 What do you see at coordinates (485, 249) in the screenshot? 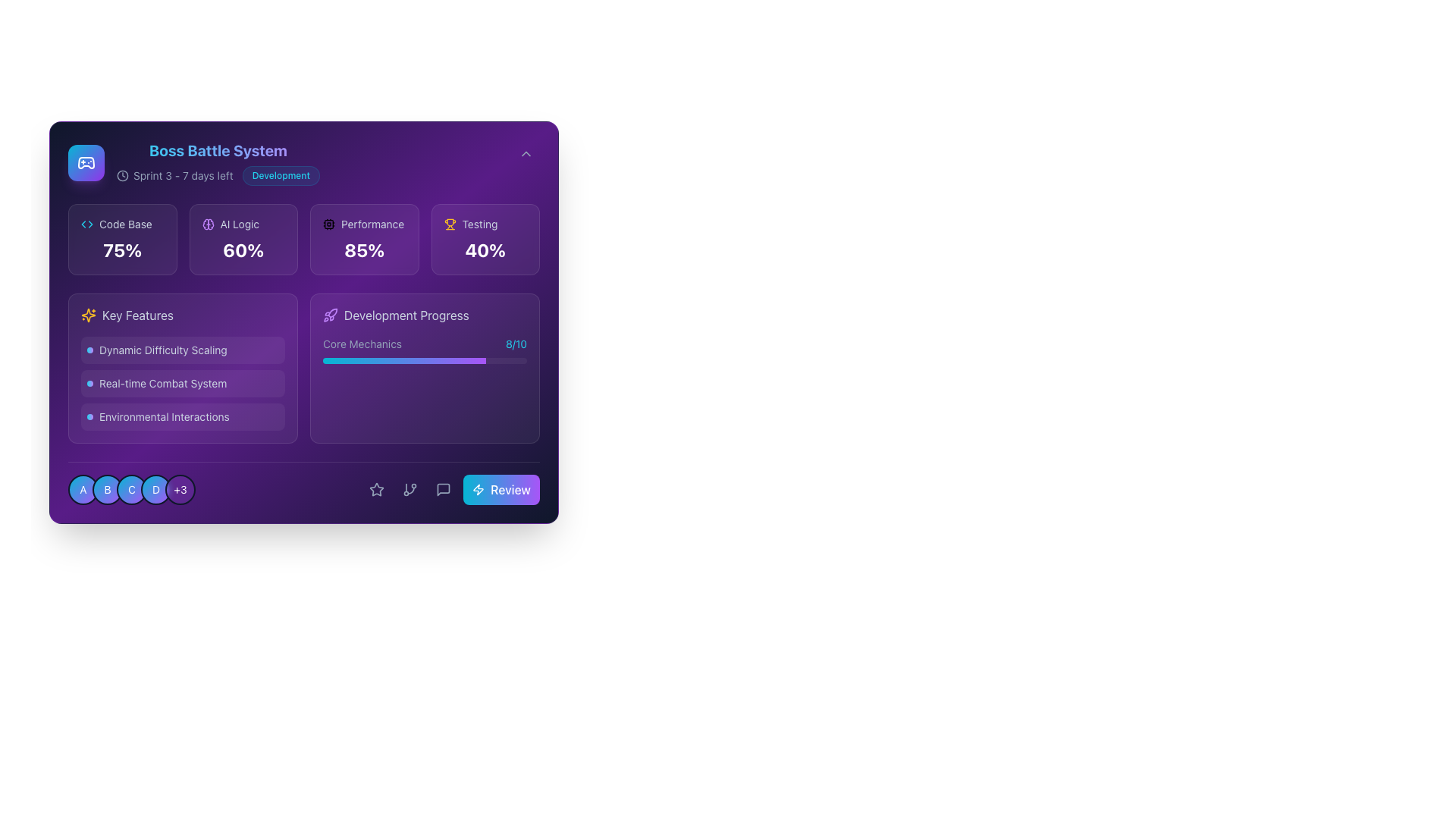
I see `the bold text element displaying '40%' with a gradient color effect, located within the 'Testing' box in the rightmost column` at bounding box center [485, 249].